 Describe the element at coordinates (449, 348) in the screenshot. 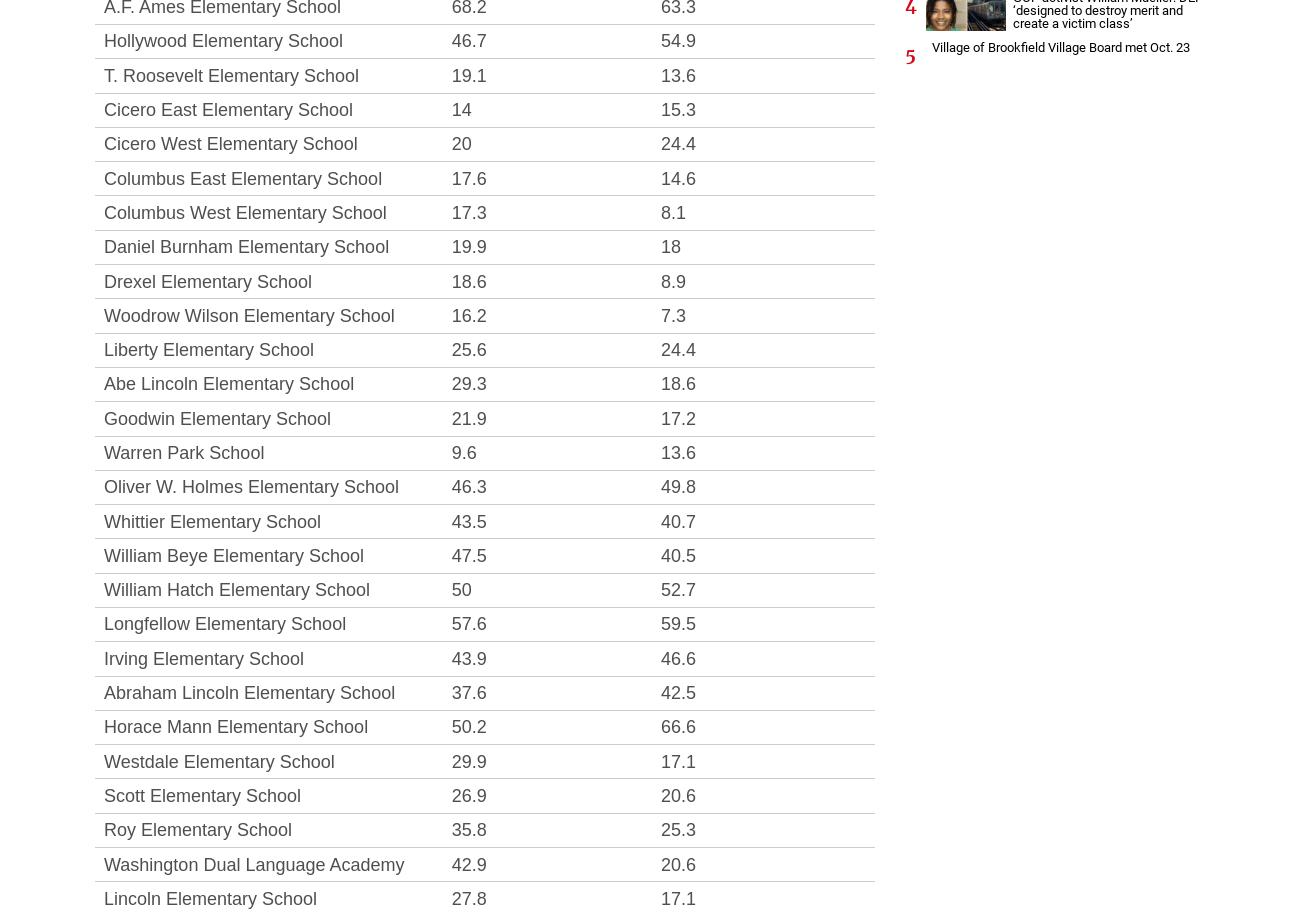

I see `'25.6'` at that location.